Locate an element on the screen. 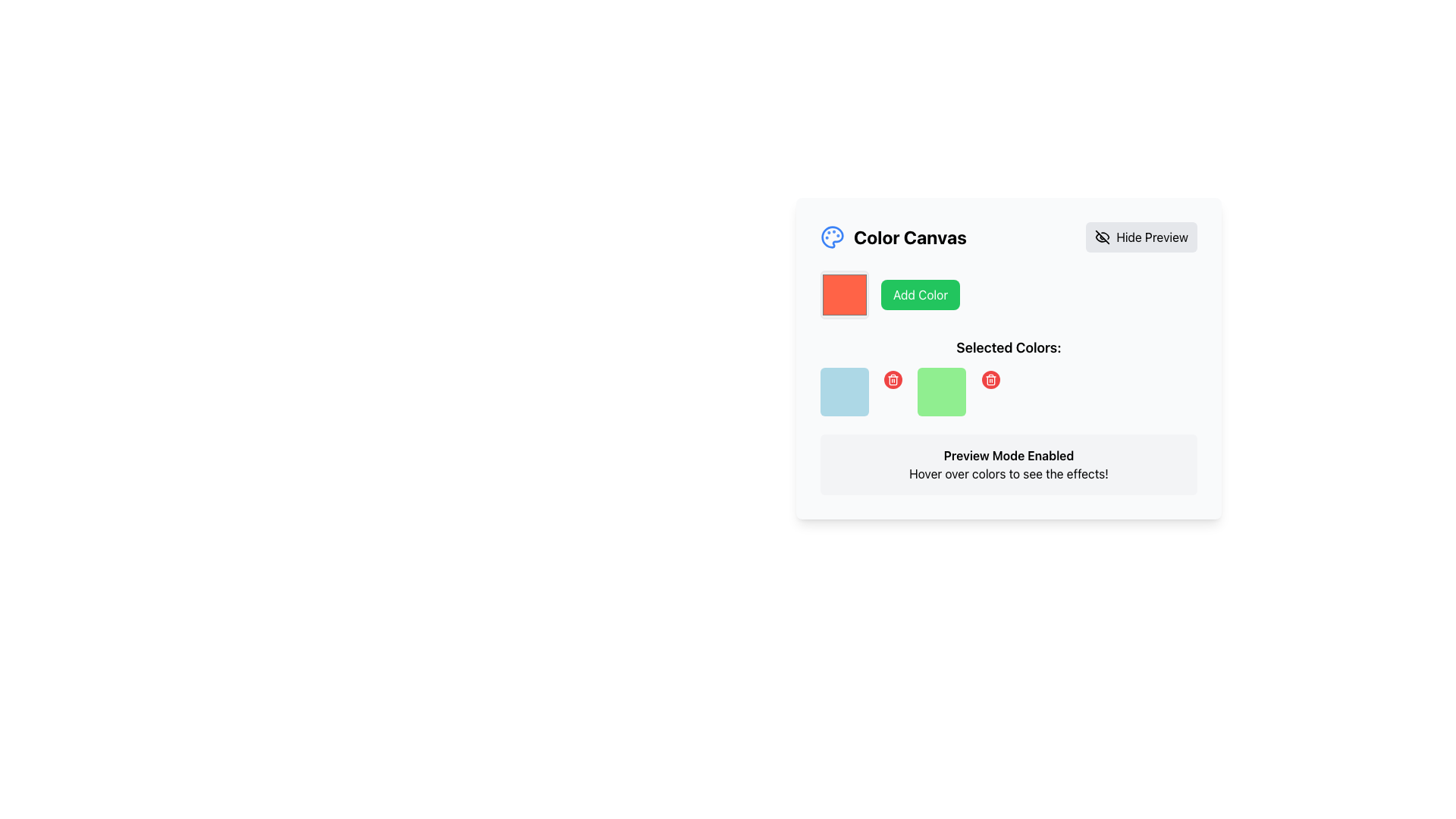 This screenshot has height=819, width=1456. the leftmost color swatch in the 'Selected Colors' section is located at coordinates (843, 391).